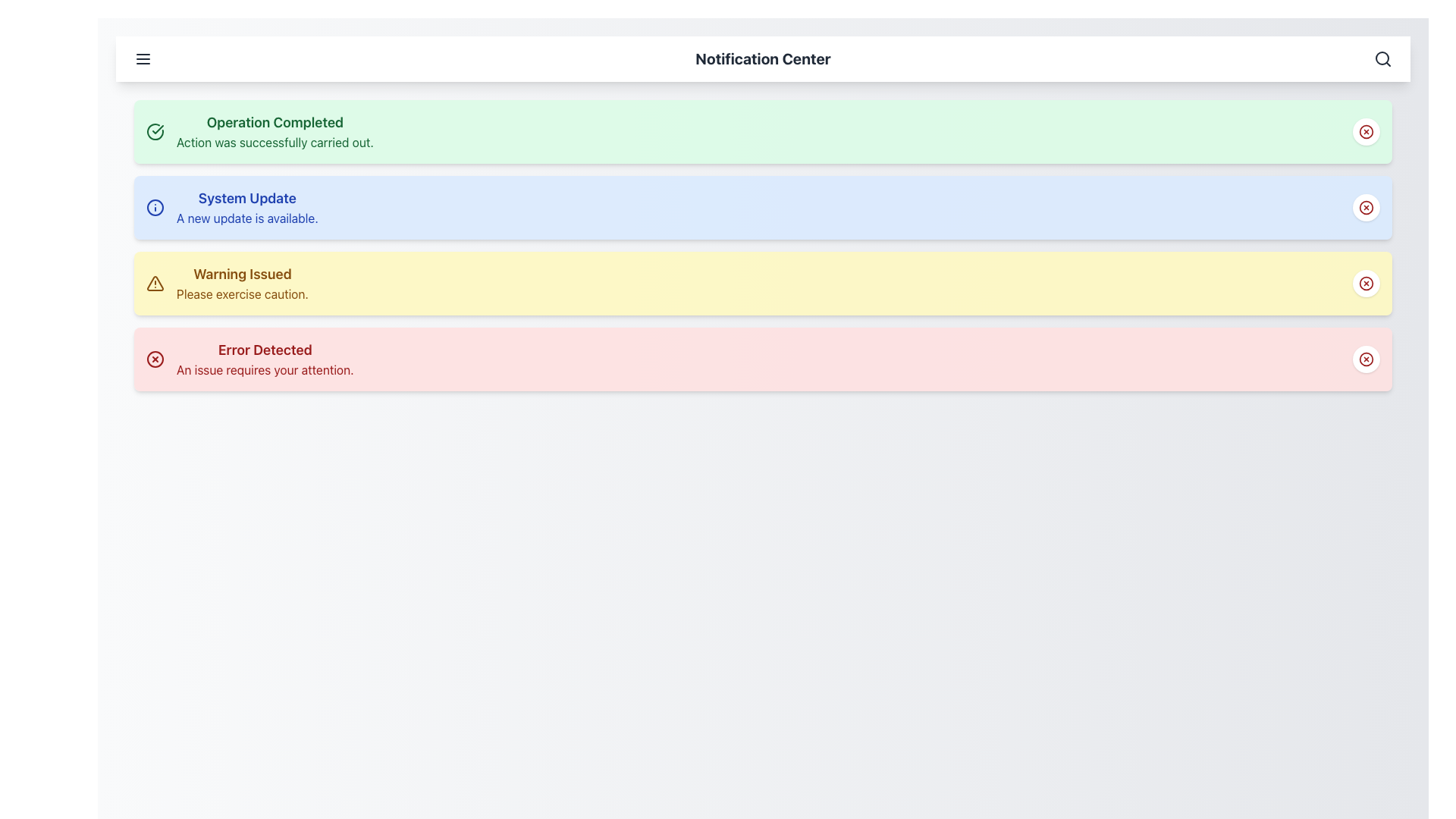 Image resolution: width=1456 pixels, height=819 pixels. I want to click on the circular button with a red border and a red 'X' symbol located at the far right of the notification bar labeled 'Error Detected', so click(1366, 359).